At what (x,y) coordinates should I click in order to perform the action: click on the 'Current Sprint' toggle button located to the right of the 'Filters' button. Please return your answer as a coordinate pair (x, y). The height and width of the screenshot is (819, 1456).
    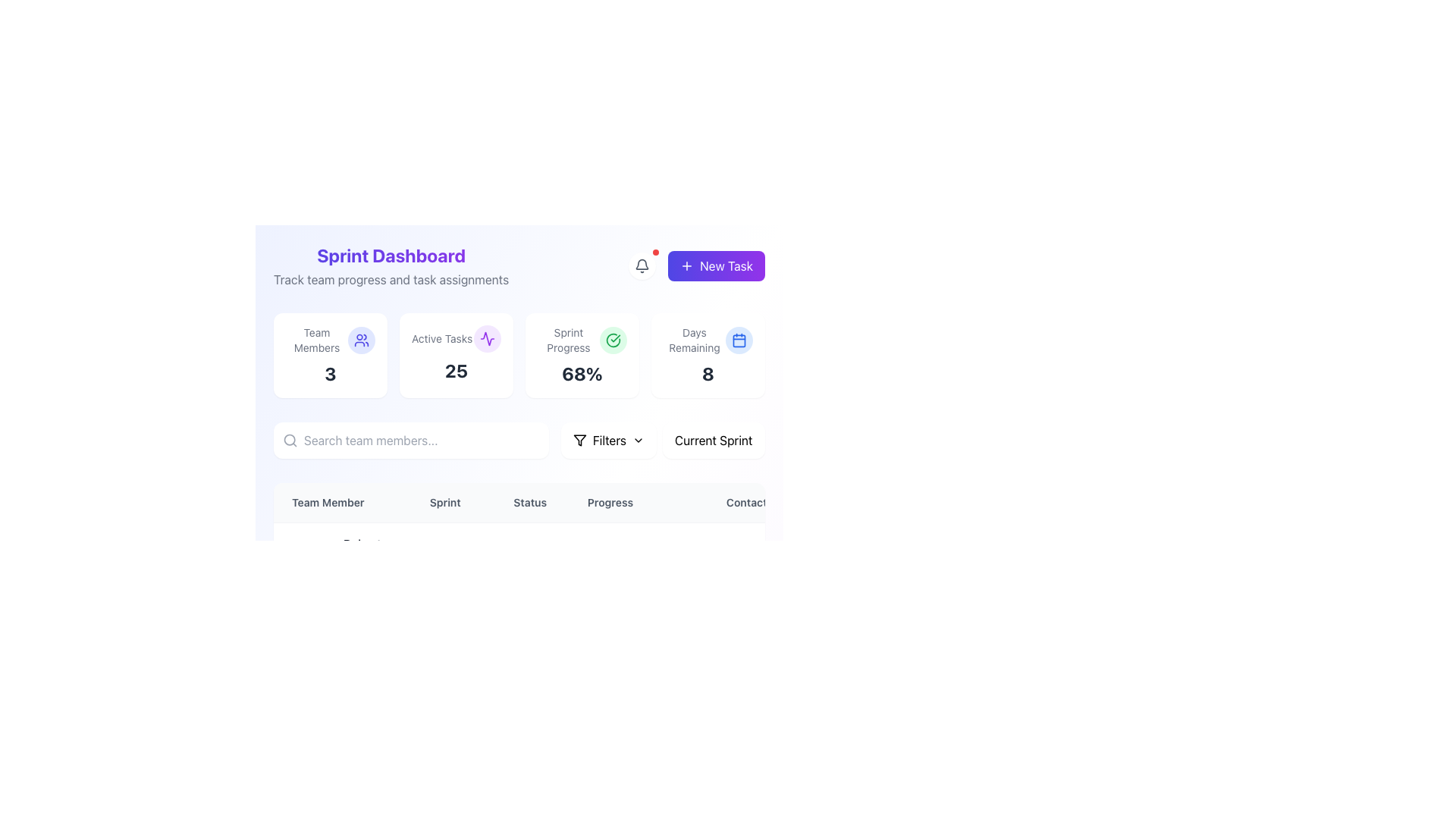
    Looking at the image, I should click on (713, 441).